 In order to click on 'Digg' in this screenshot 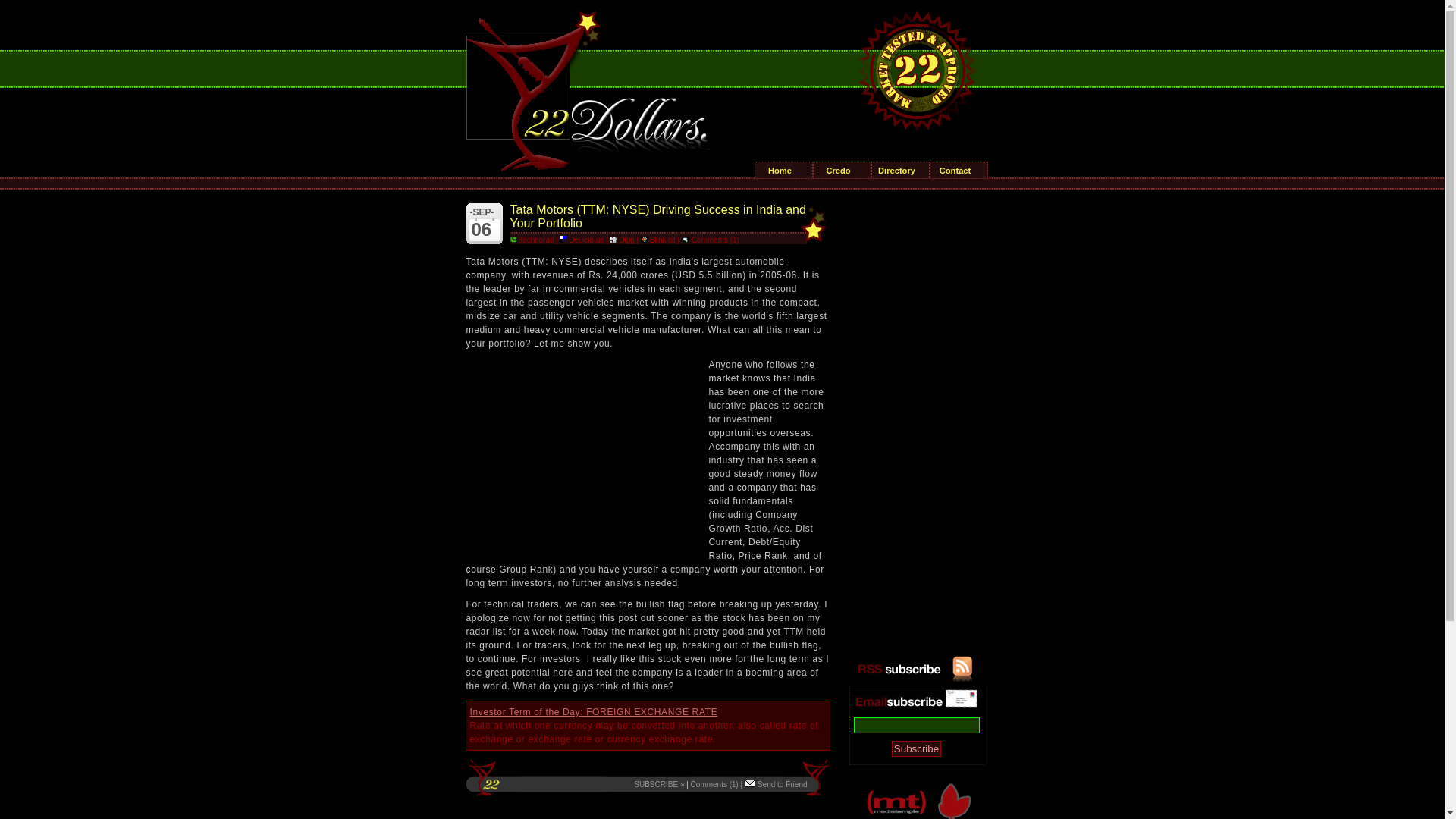, I will do `click(610, 239)`.